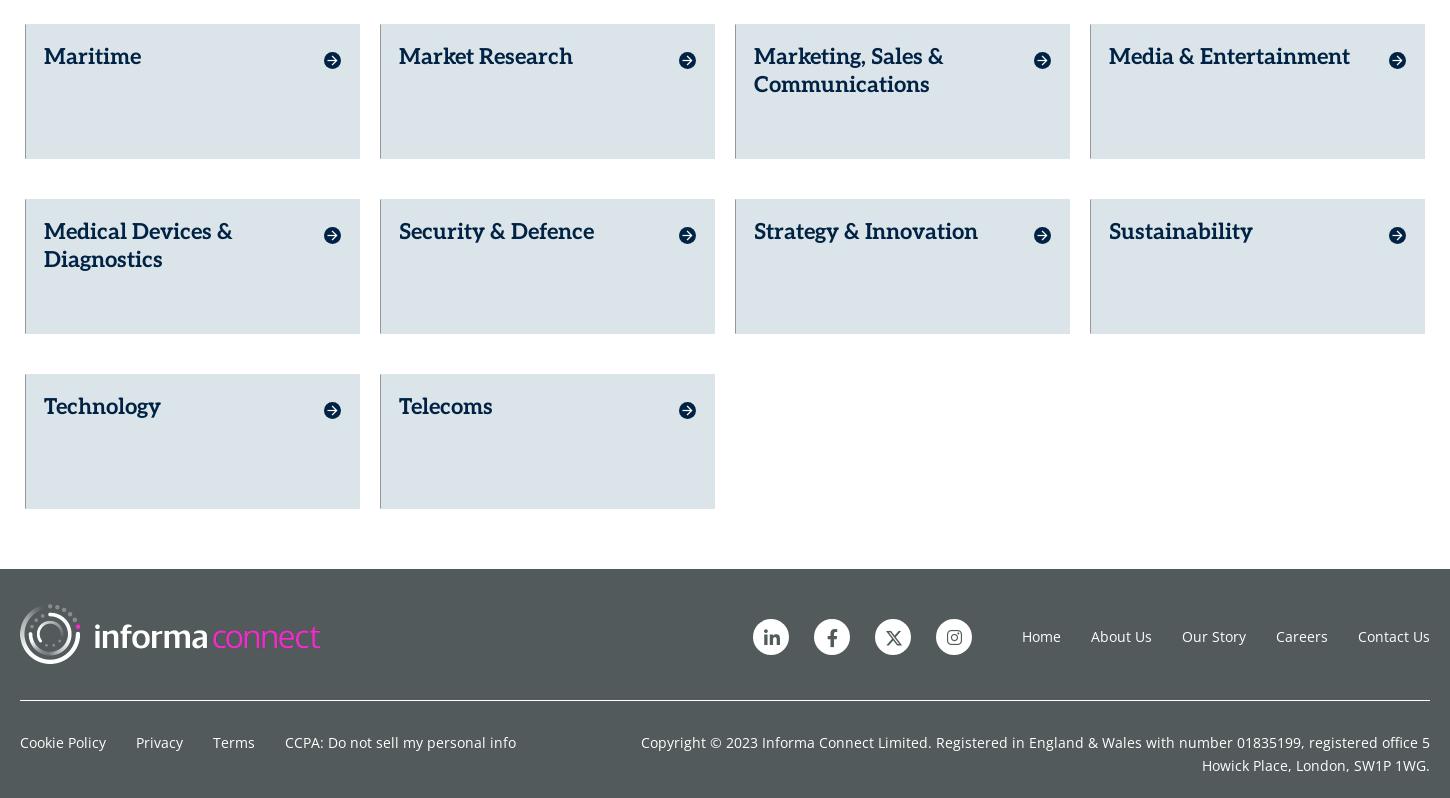 Image resolution: width=1450 pixels, height=798 pixels. I want to click on 'Maritime', so click(92, 48).